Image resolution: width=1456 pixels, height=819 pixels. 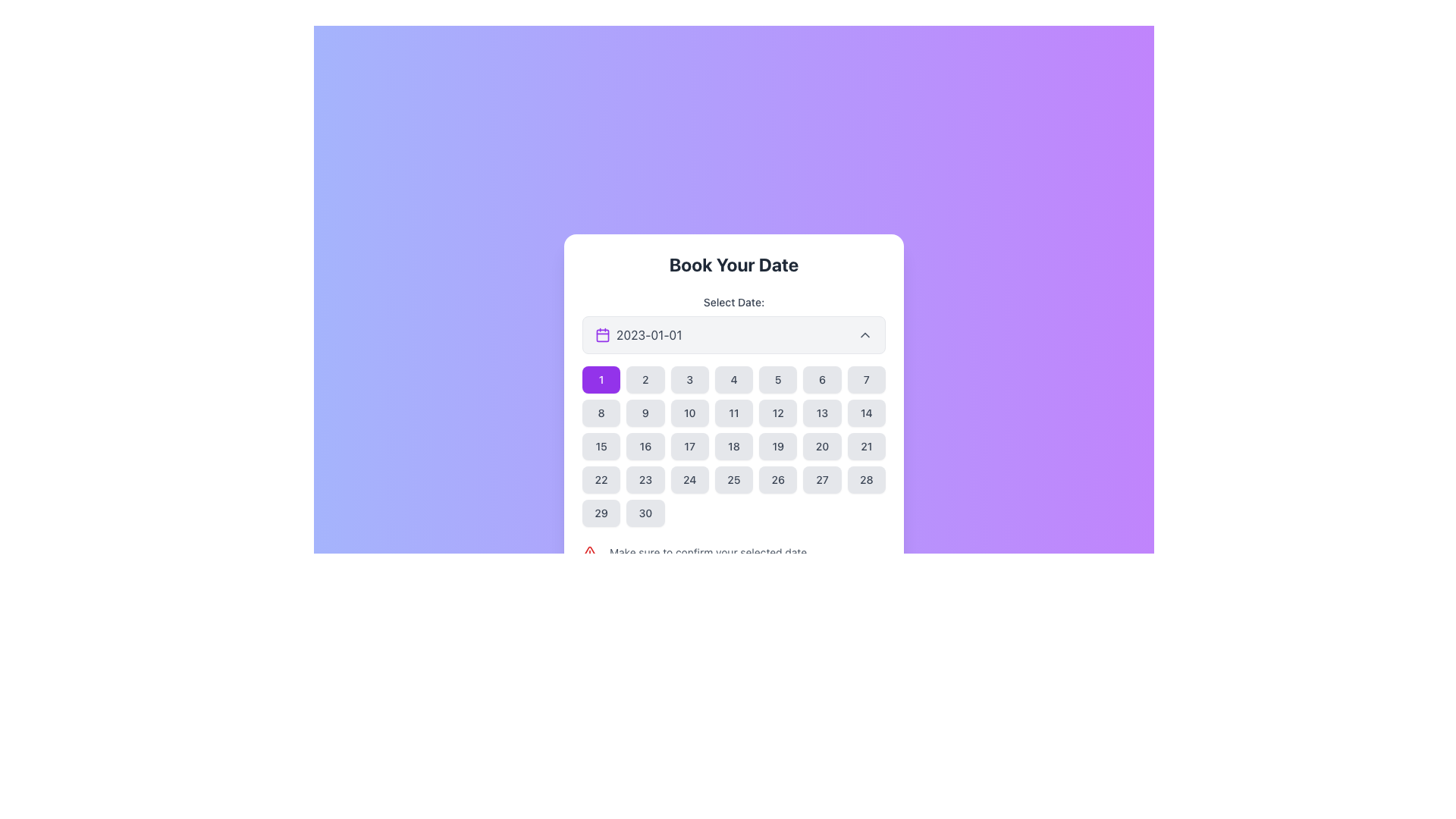 I want to click on the square-shaped button with rounded edges labeled '3' in a calendar-style date selection interface to change its background color, so click(x=689, y=379).